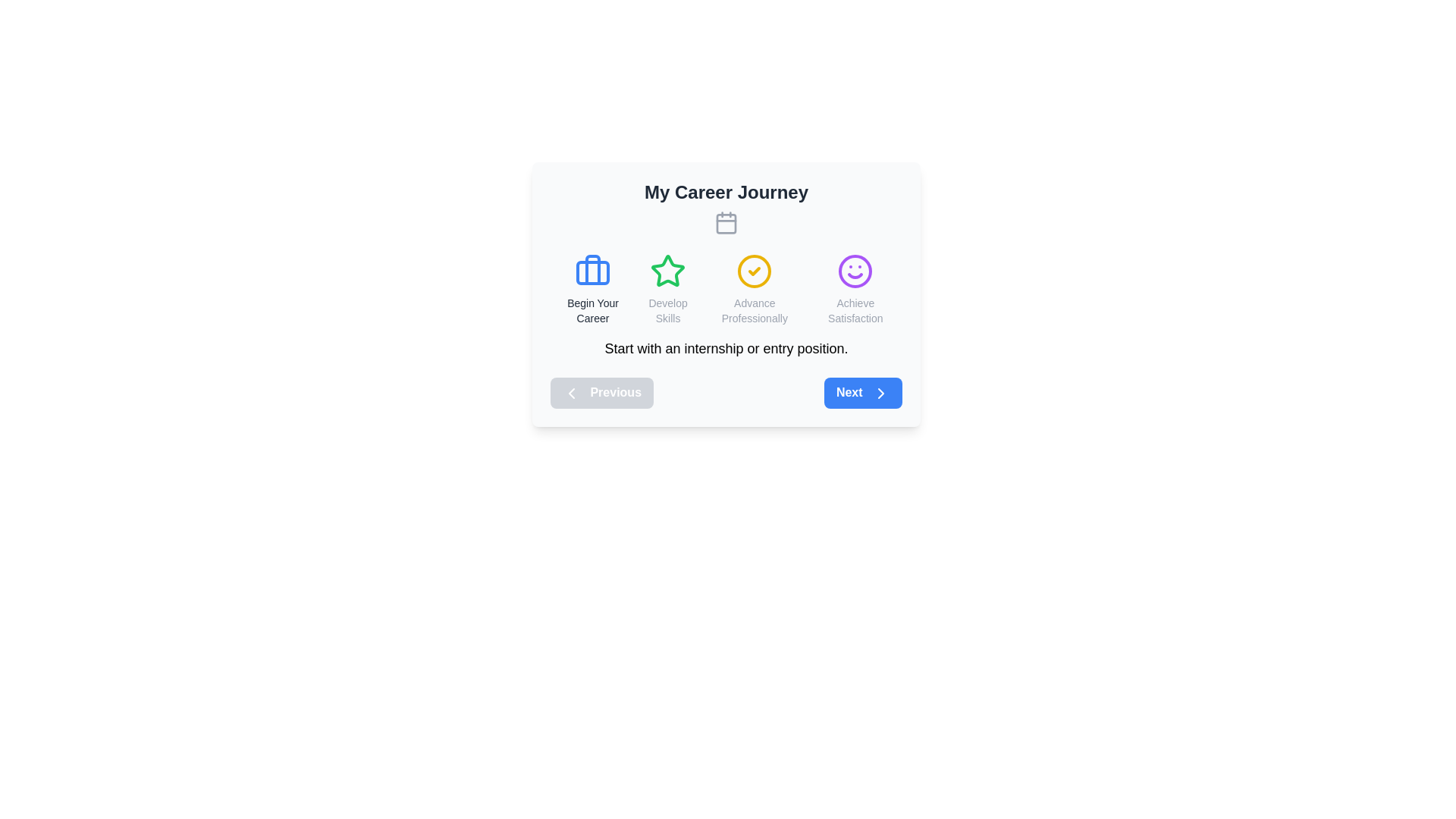  I want to click on the 'Next' button located at the bottom right corner of the 'My Career Journey' panel, so click(726, 294).